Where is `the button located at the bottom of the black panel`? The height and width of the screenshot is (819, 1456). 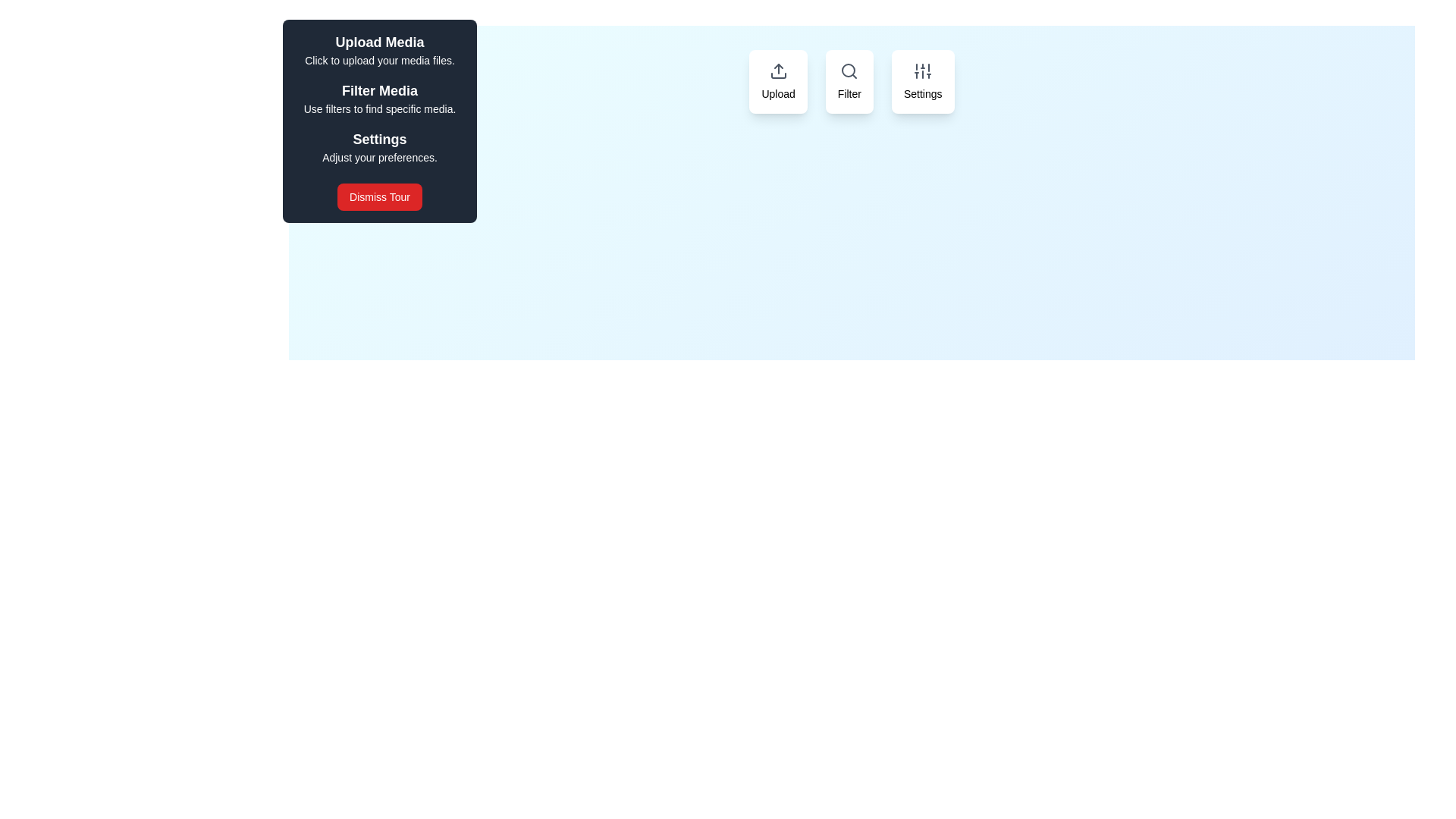 the button located at the bottom of the black panel is located at coordinates (379, 196).